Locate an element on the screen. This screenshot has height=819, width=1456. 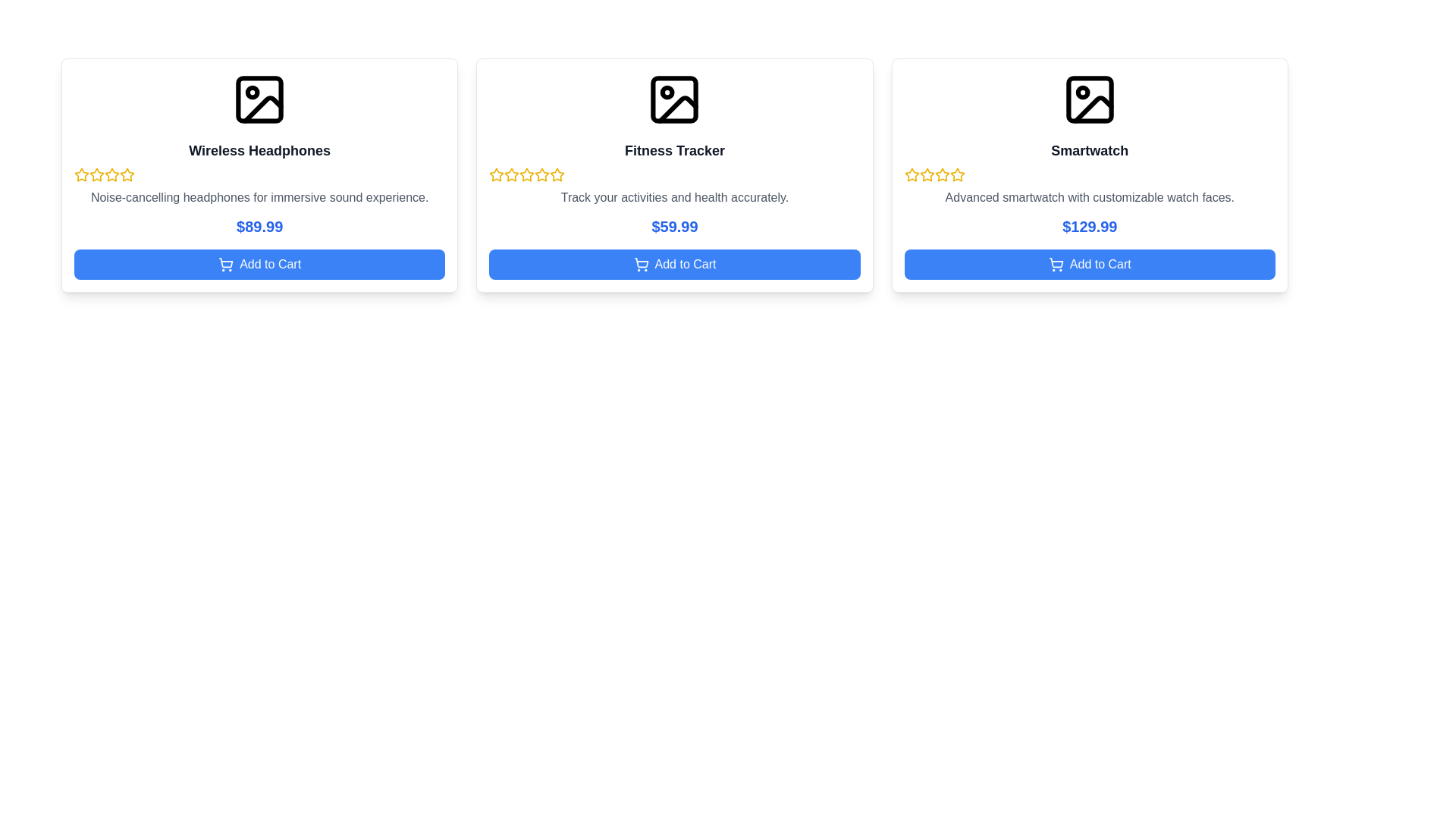
the diagonal line graphical element styled in black, part of the decorative icon at the top of the 'Smartwatch' product card is located at coordinates (1093, 108).